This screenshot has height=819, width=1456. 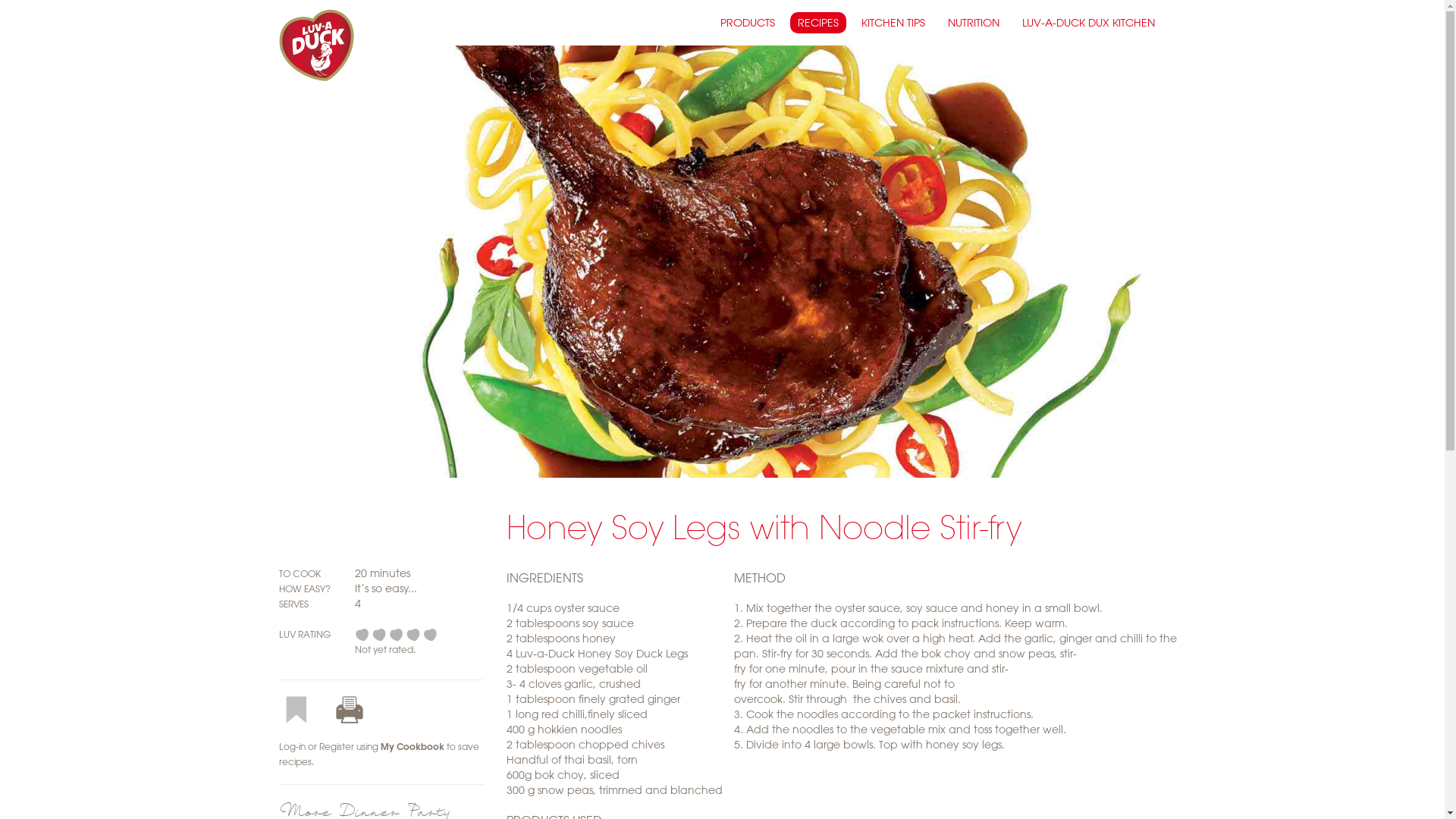 What do you see at coordinates (817, 23) in the screenshot?
I see `'RECIPES'` at bounding box center [817, 23].